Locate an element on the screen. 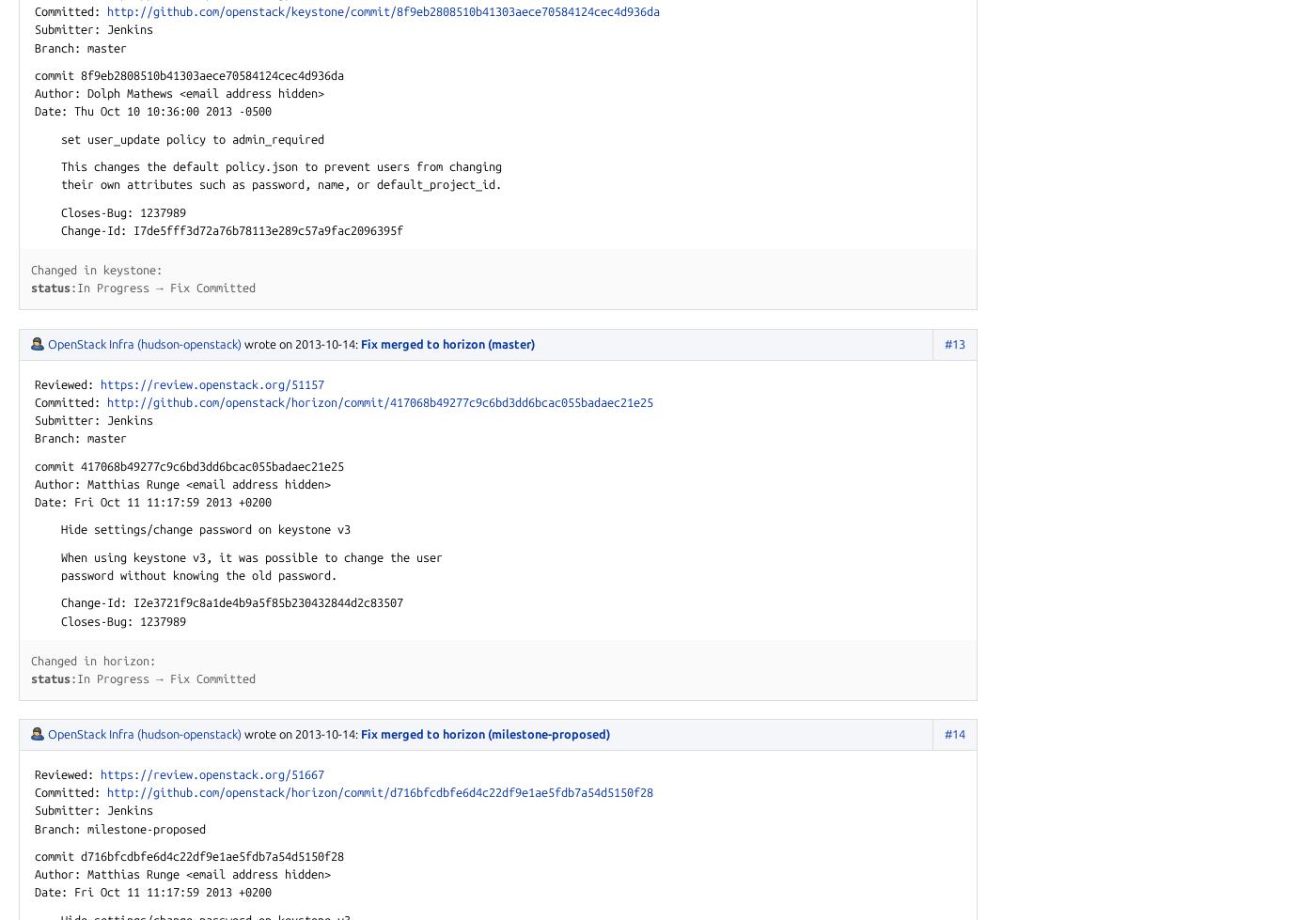 The image size is (1316, 920). 'org/51157' is located at coordinates (294, 383).